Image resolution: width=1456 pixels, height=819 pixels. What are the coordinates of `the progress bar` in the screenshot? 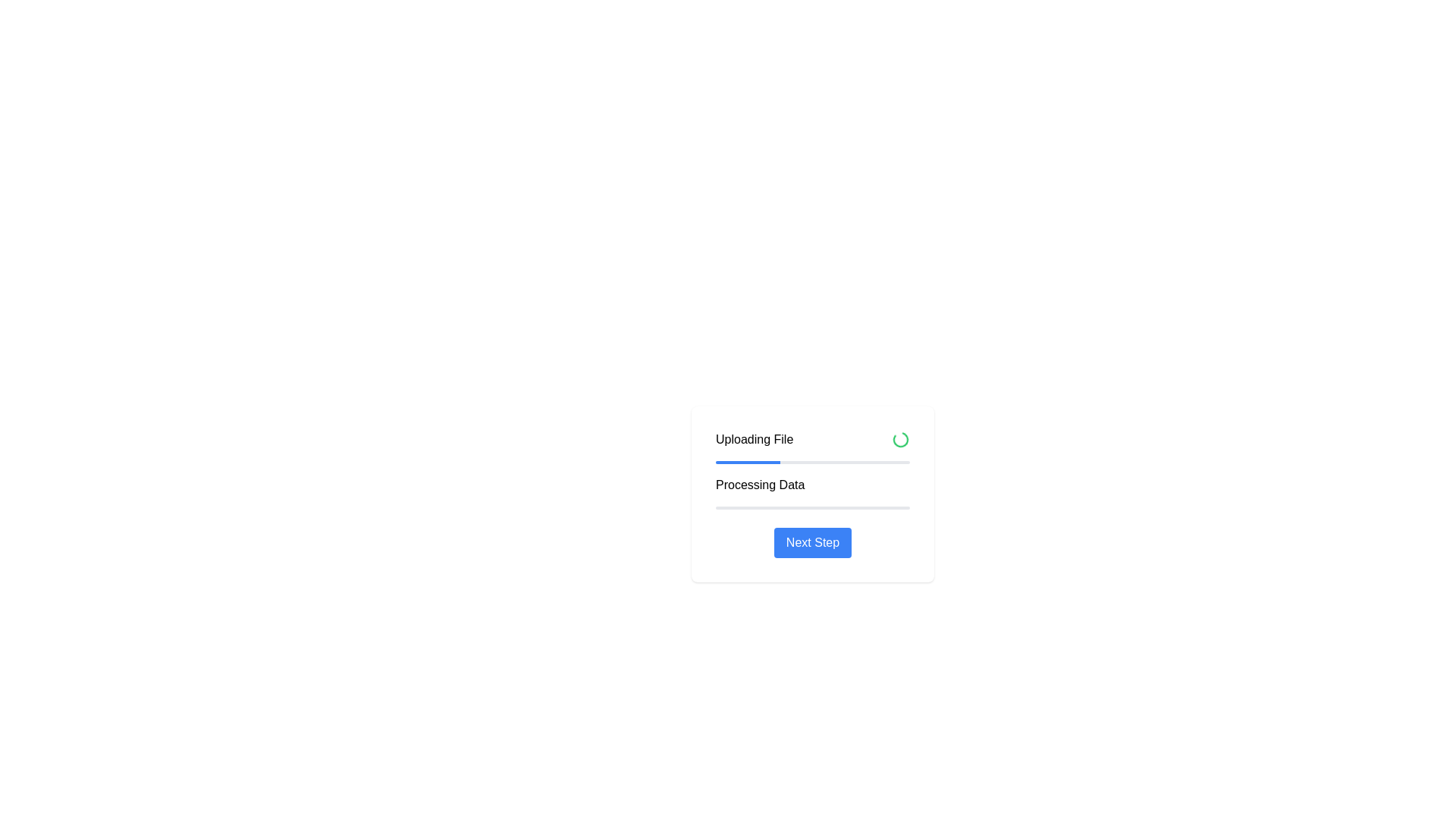 It's located at (719, 461).